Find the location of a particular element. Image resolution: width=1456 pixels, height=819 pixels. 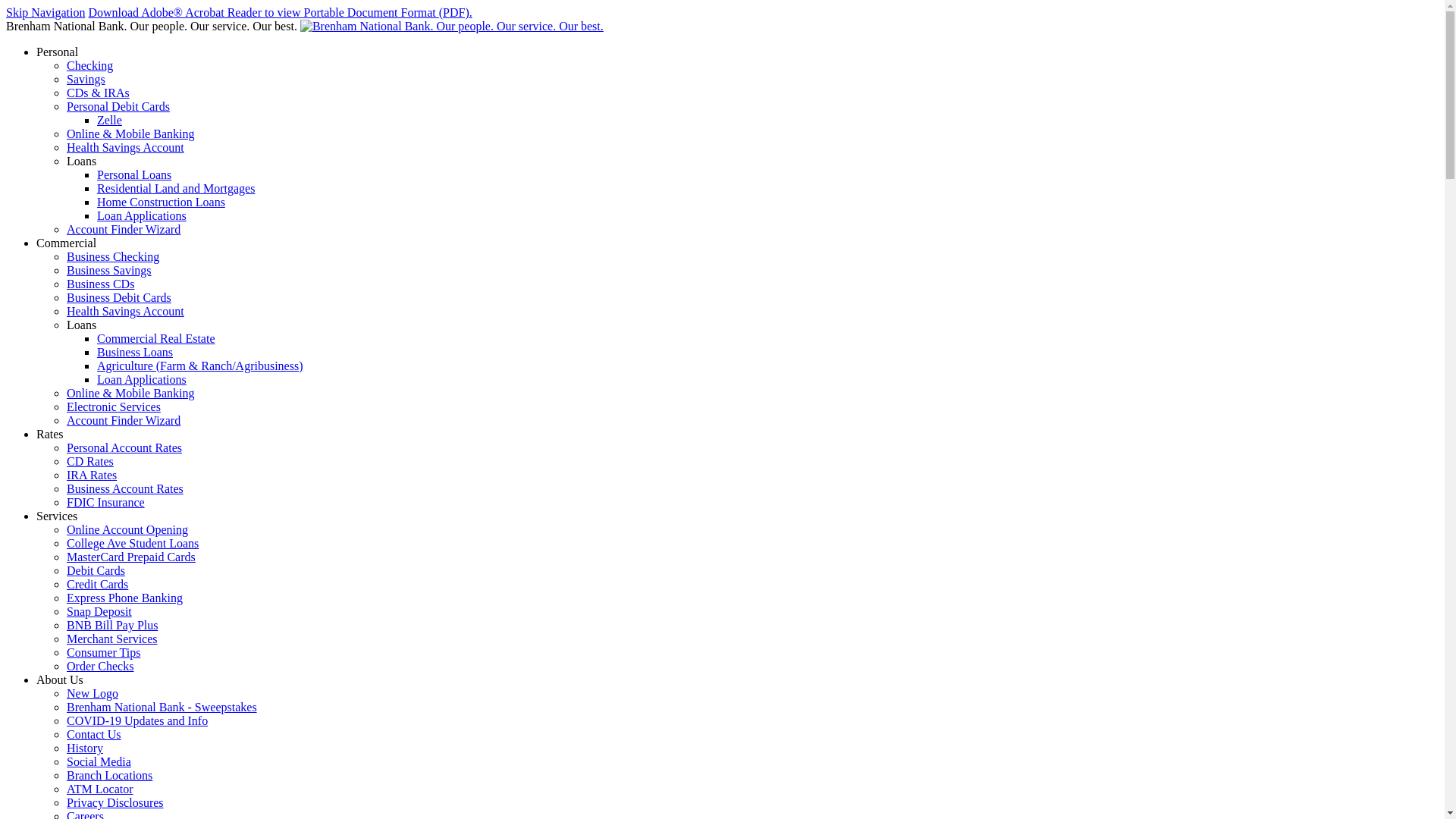

'Home Construction Loans' is located at coordinates (161, 201).